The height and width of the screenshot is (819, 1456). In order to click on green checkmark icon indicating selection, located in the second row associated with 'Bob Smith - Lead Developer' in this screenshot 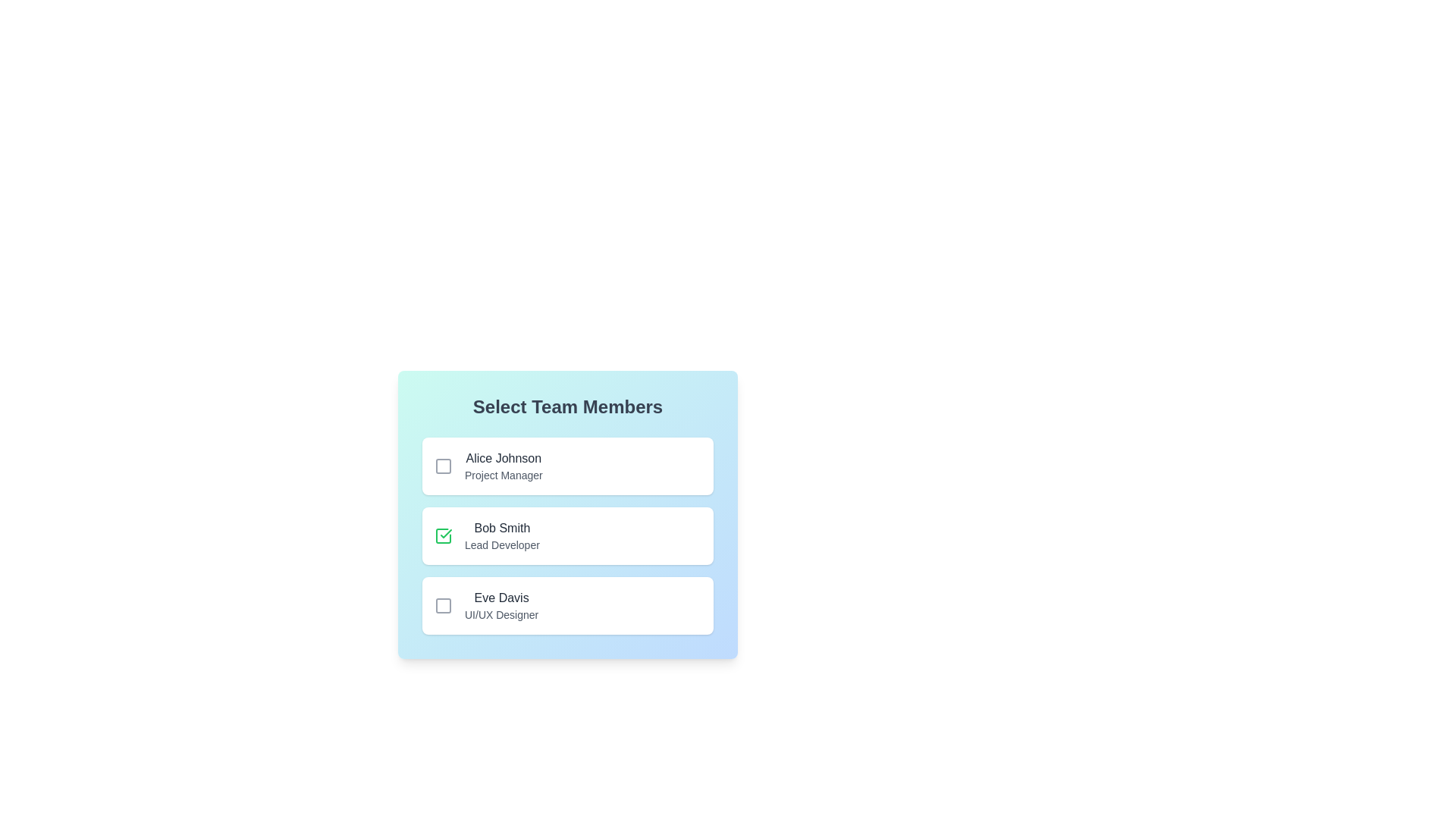, I will do `click(443, 535)`.